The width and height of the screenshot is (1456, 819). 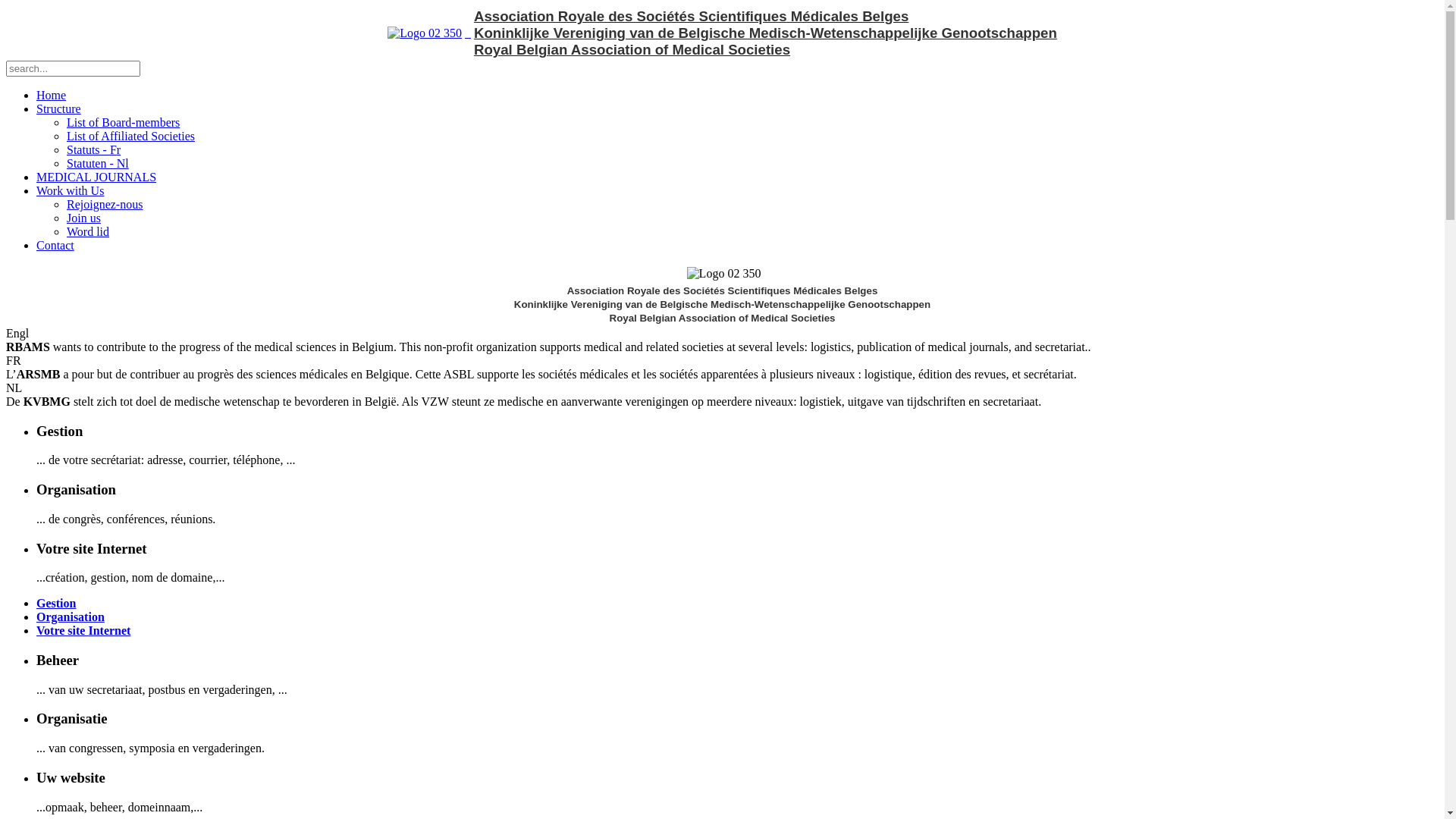 What do you see at coordinates (58, 108) in the screenshot?
I see `'Structure'` at bounding box center [58, 108].